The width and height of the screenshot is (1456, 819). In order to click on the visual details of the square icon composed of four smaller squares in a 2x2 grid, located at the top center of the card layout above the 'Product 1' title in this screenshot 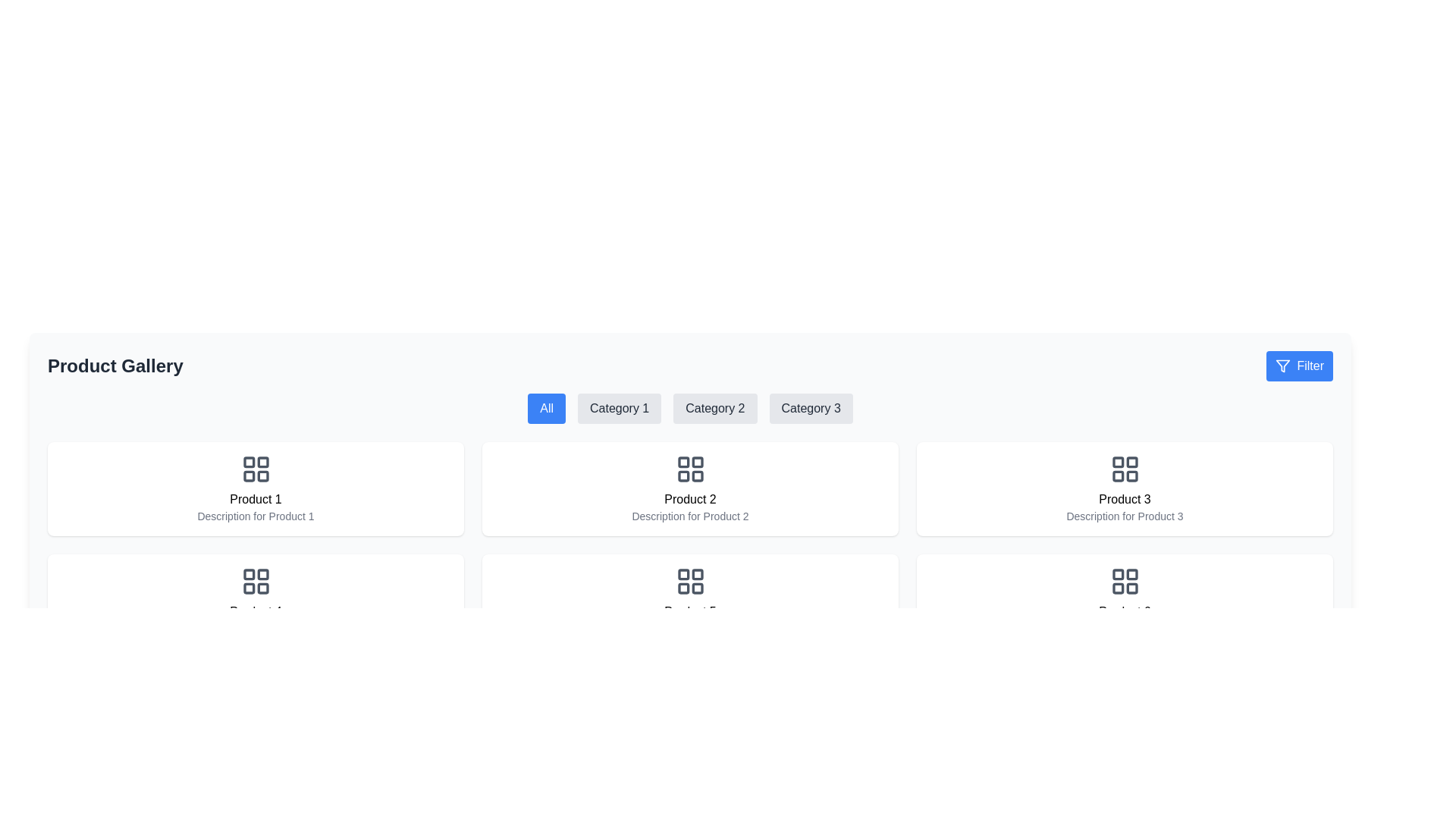, I will do `click(256, 468)`.